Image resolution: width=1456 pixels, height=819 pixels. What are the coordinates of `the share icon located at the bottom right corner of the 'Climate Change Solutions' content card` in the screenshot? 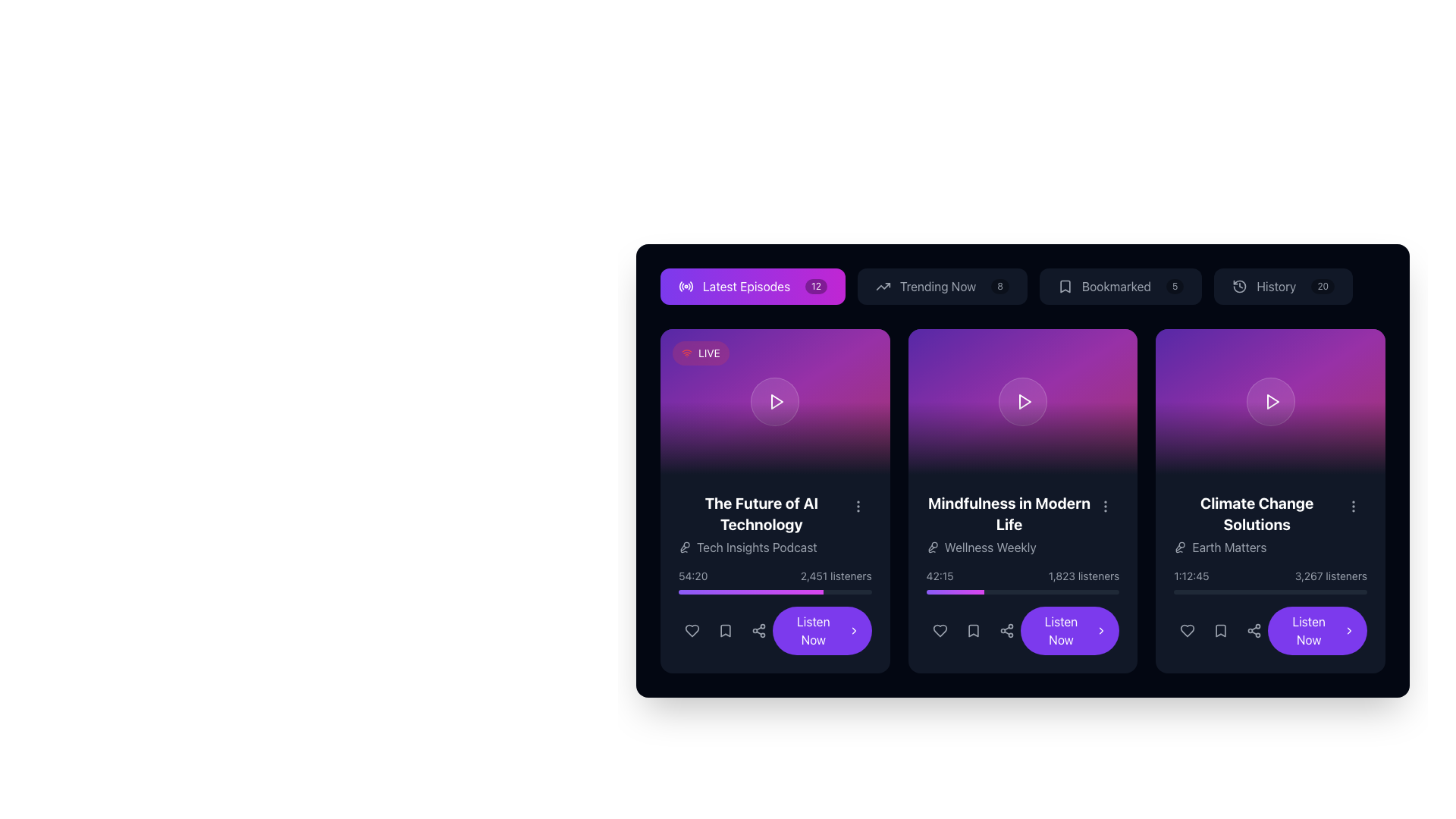 It's located at (1254, 631).